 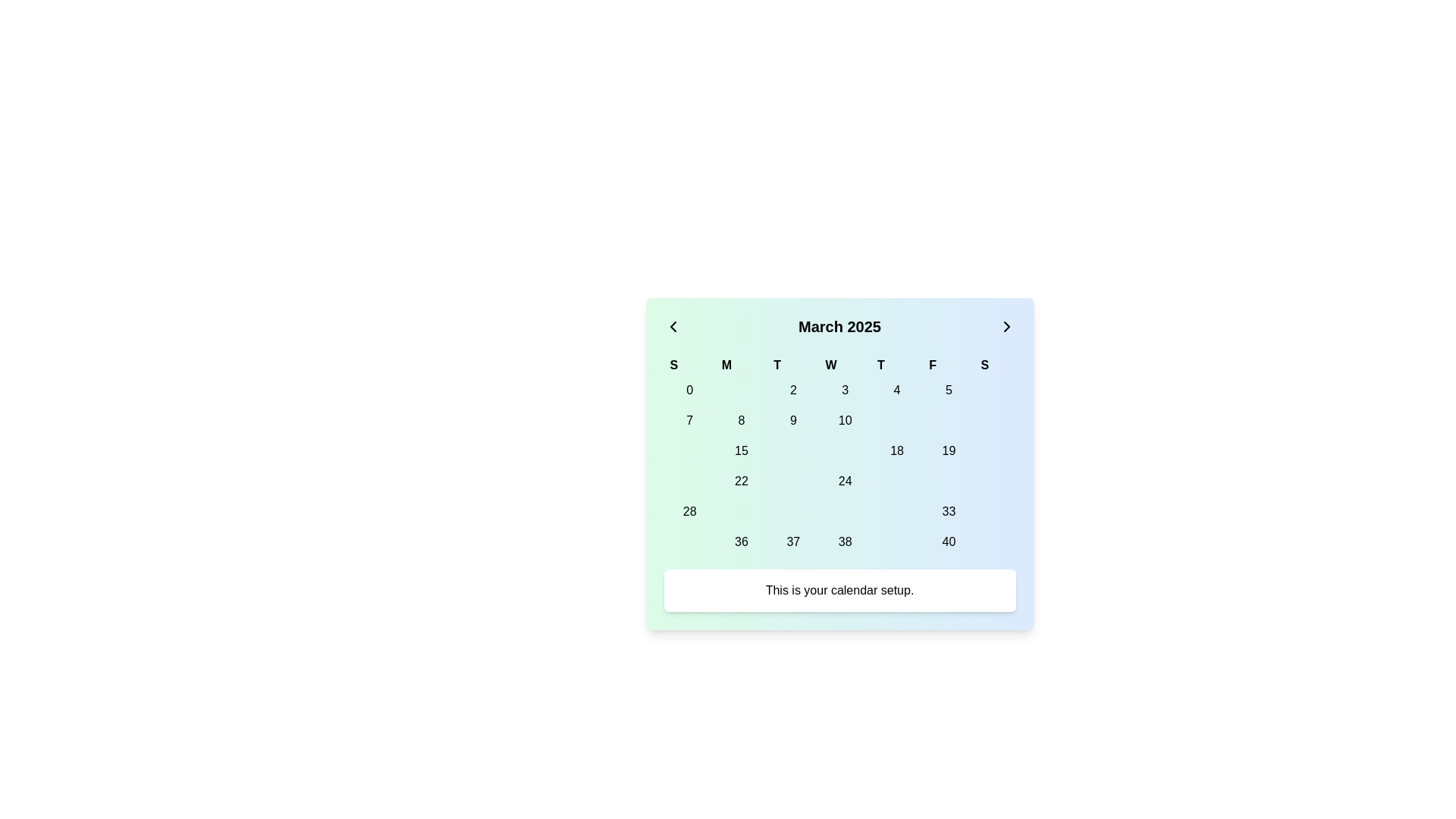 I want to click on the Text Display representing the day '3' in the interactive calendar view, so click(x=844, y=390).